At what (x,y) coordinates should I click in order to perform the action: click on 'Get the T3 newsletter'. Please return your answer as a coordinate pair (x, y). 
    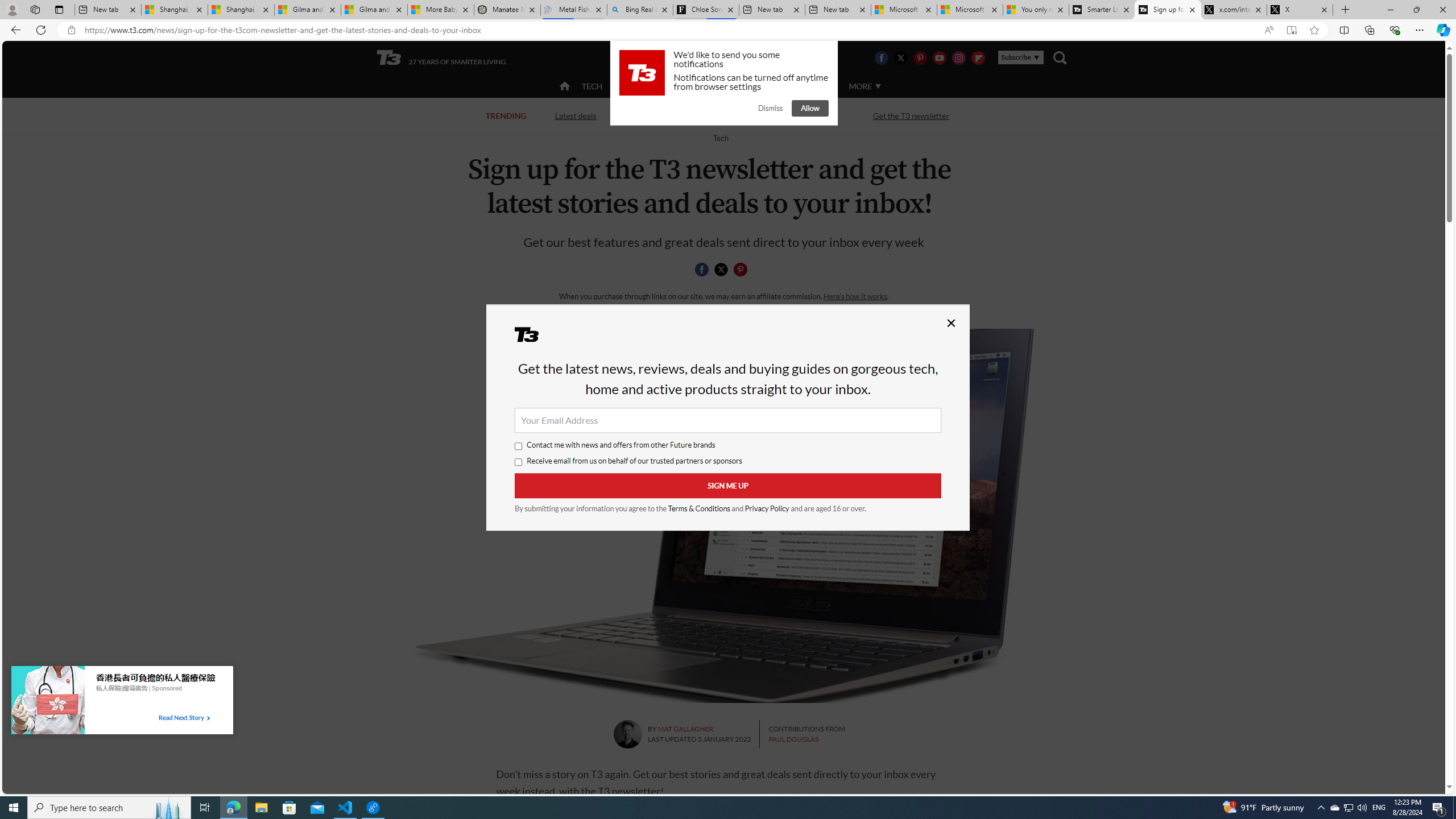
    Looking at the image, I should click on (911, 115).